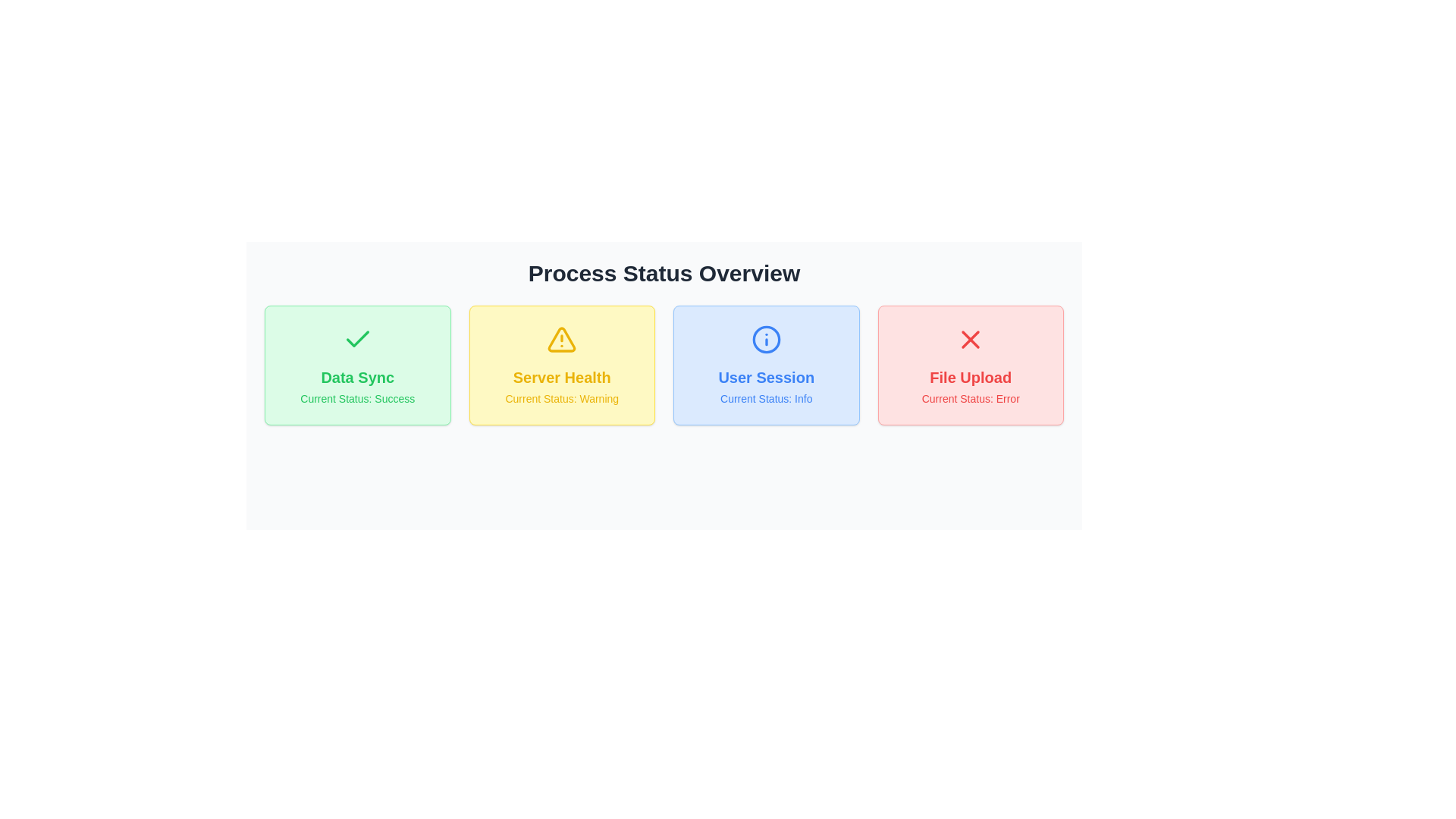  I want to click on the text label displaying 'Current Status: Success', which is styled in a smaller font size and light green color, located at the bottom of the 'Data Sync' card, so click(356, 397).